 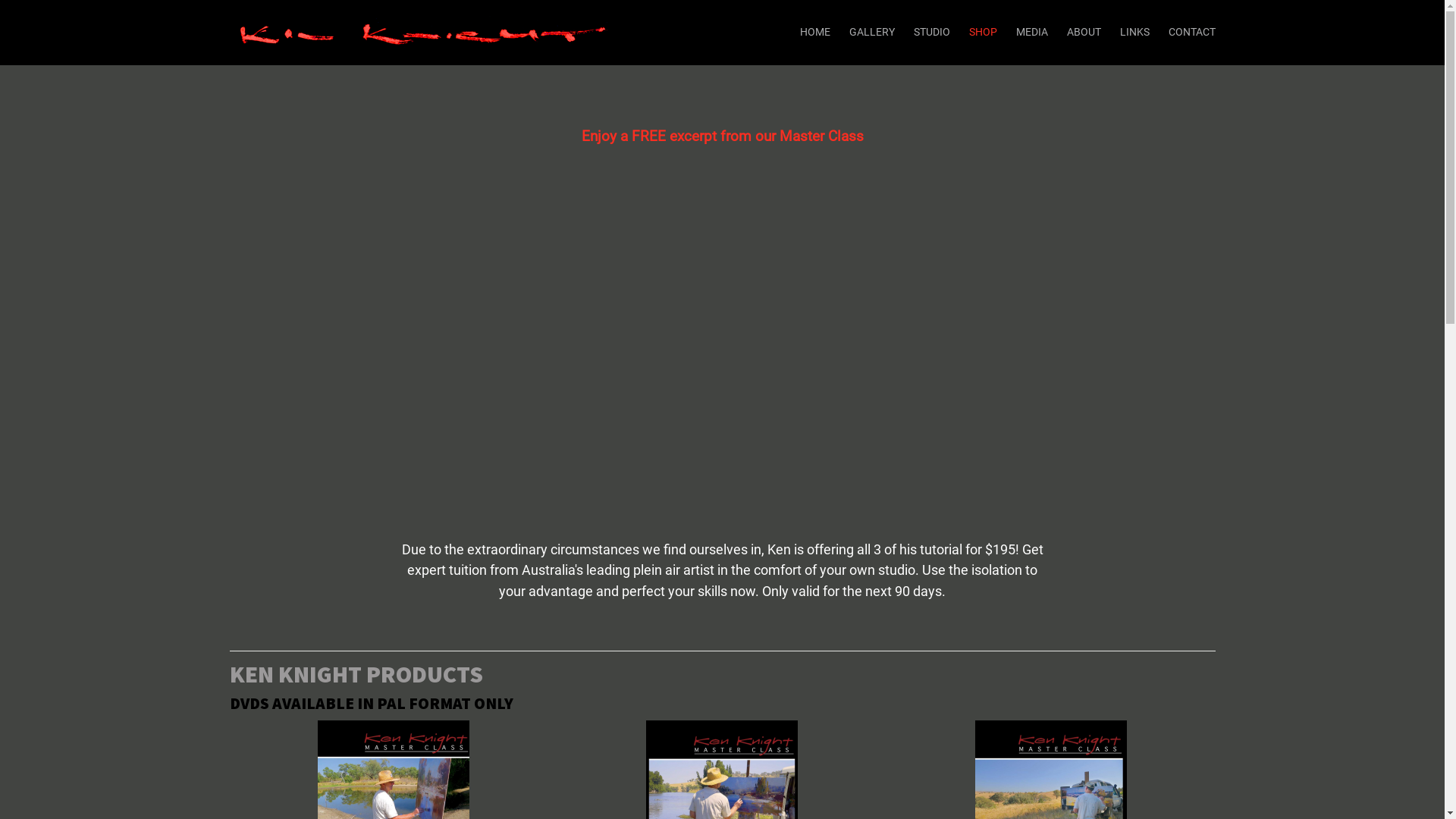 I want to click on 'GALLERY', so click(x=848, y=32).